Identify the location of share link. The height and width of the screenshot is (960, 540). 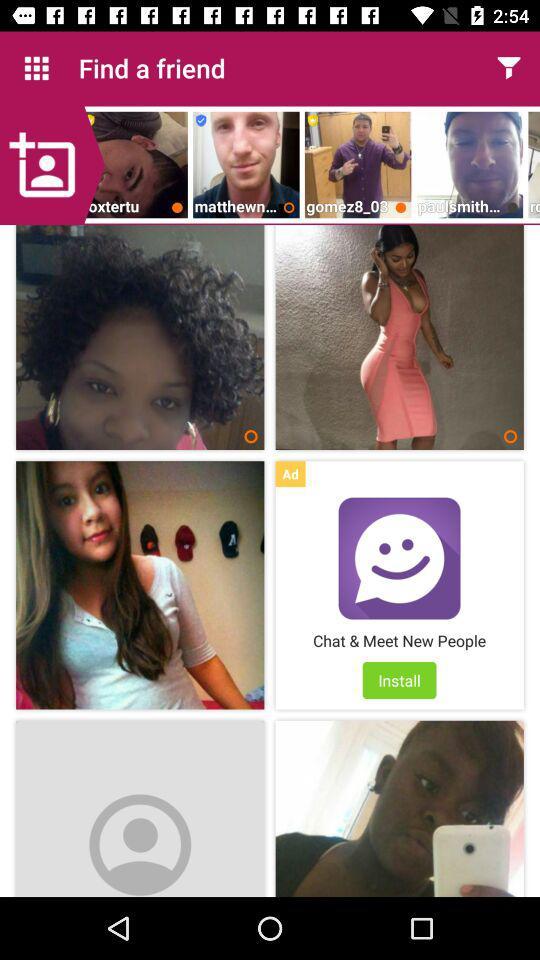
(508, 68).